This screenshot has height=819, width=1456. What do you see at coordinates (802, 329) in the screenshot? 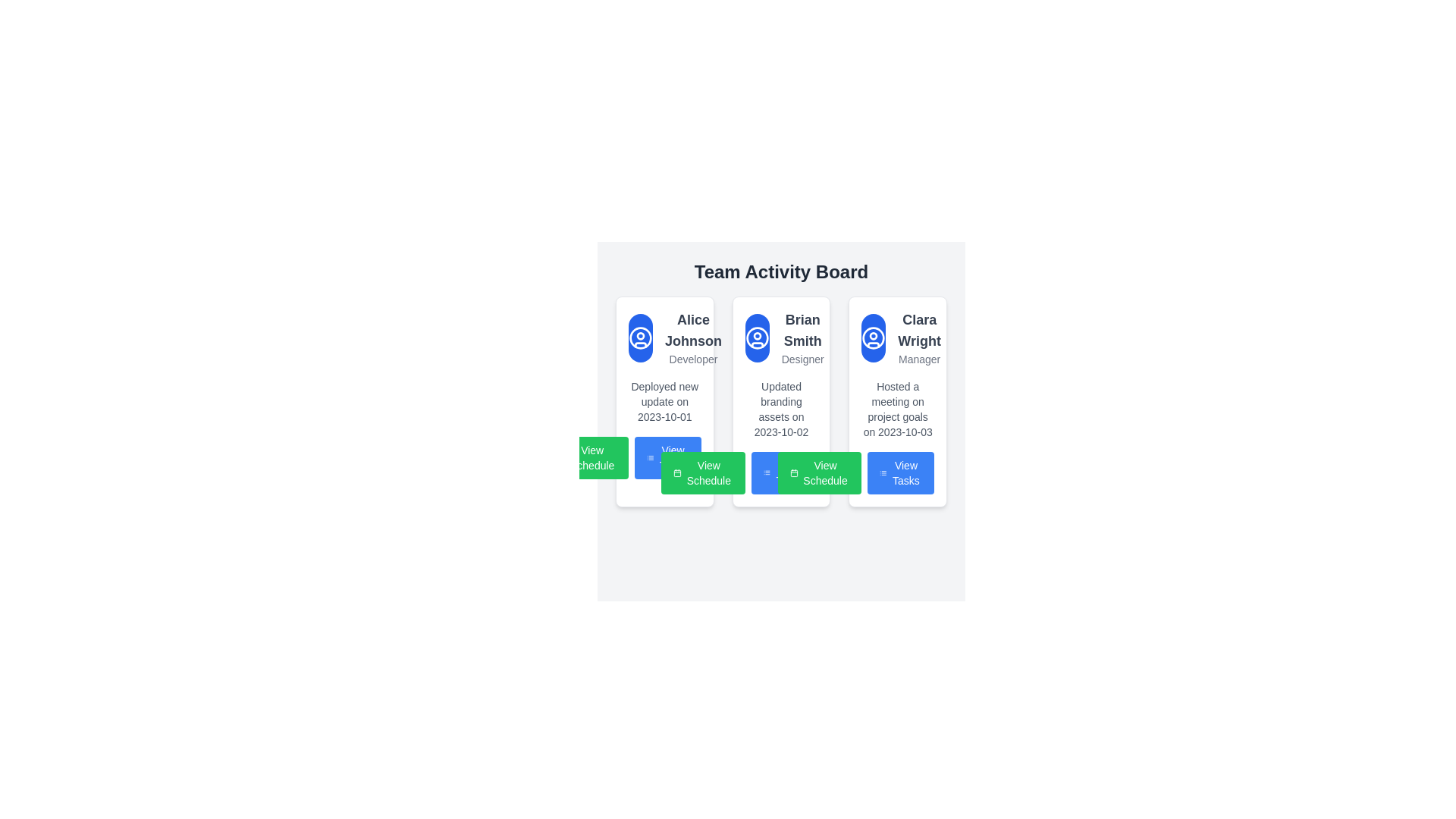
I see `the bold, gray text label displaying 'Brian Smith' that is prominently positioned in the second card of the 'Team Activity Board', located above 'Designer' and below the person icon` at bounding box center [802, 329].